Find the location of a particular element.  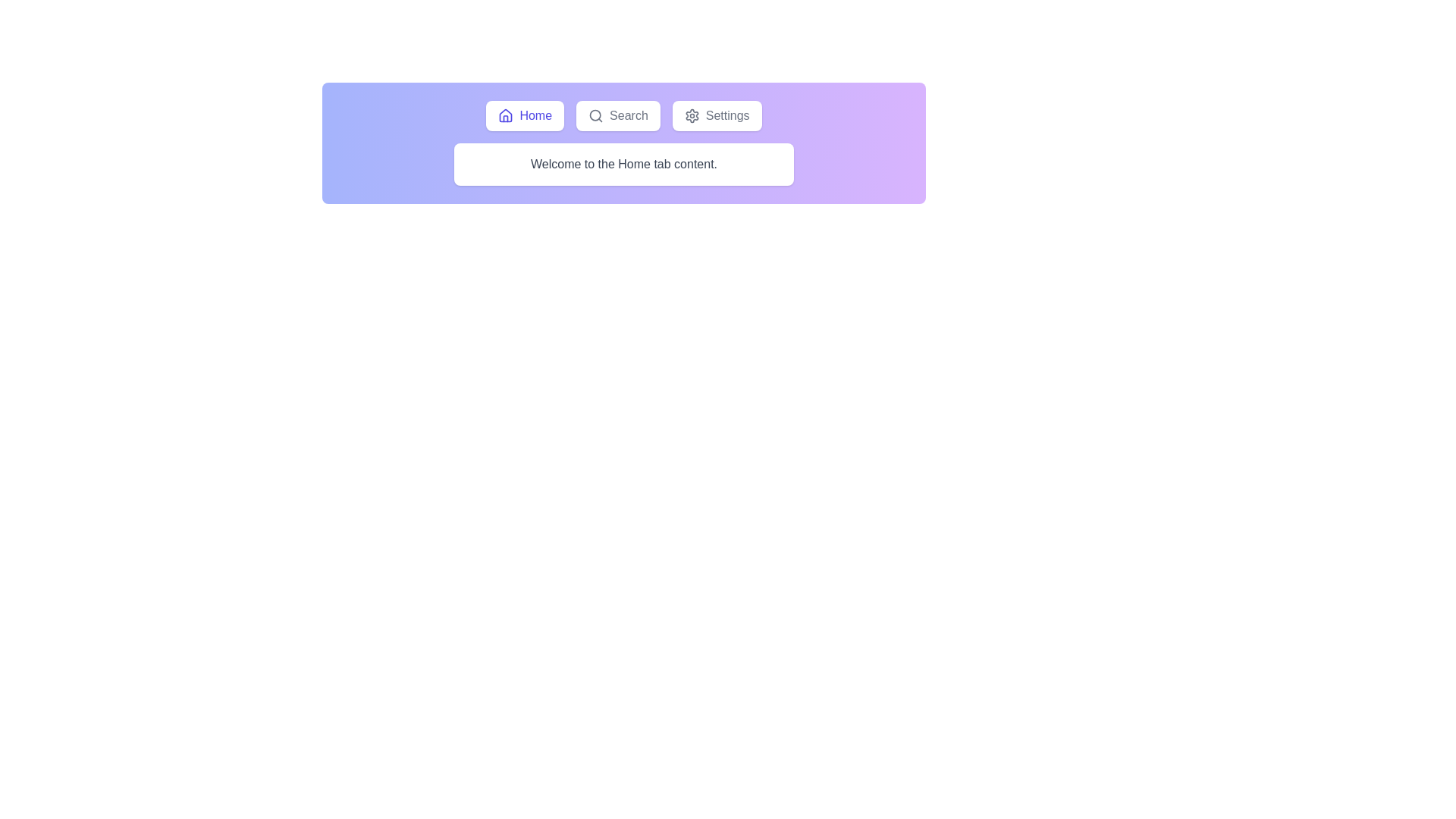

the third button in a horizontal row, located to the right of the 'Search' button is located at coordinates (716, 115).